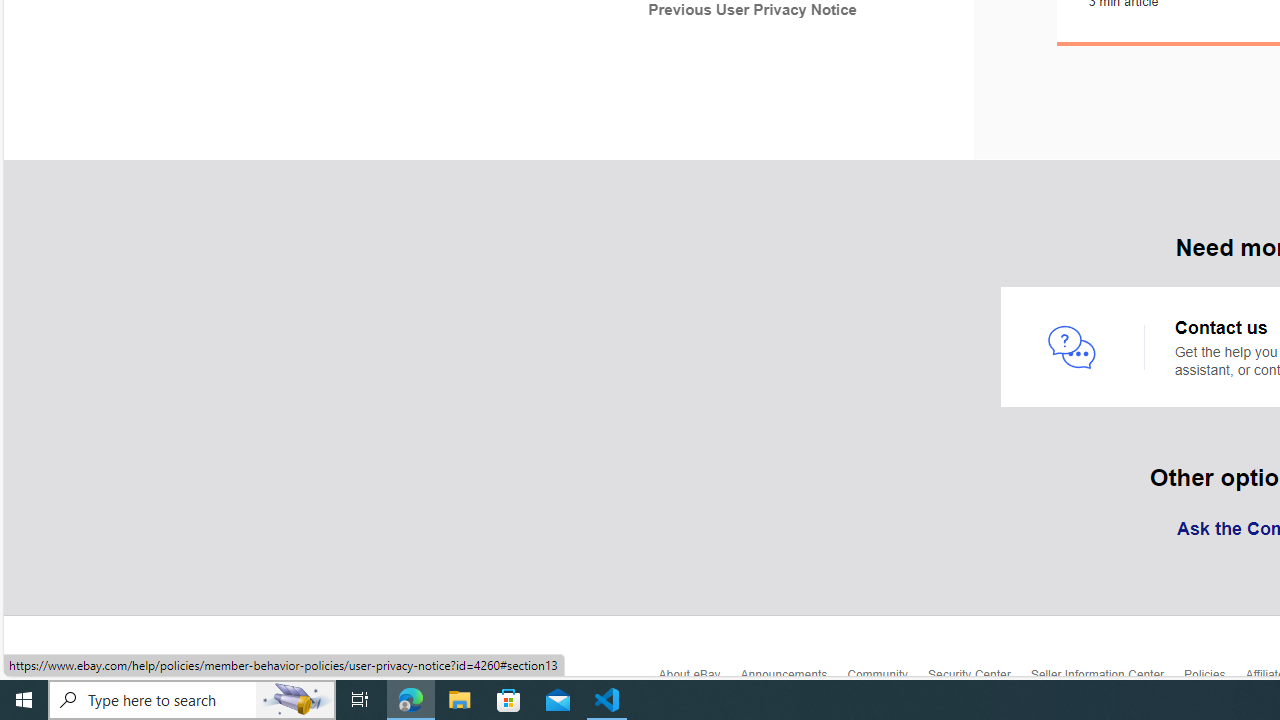 The width and height of the screenshot is (1280, 720). What do you see at coordinates (699, 679) in the screenshot?
I see `'About eBay'` at bounding box center [699, 679].